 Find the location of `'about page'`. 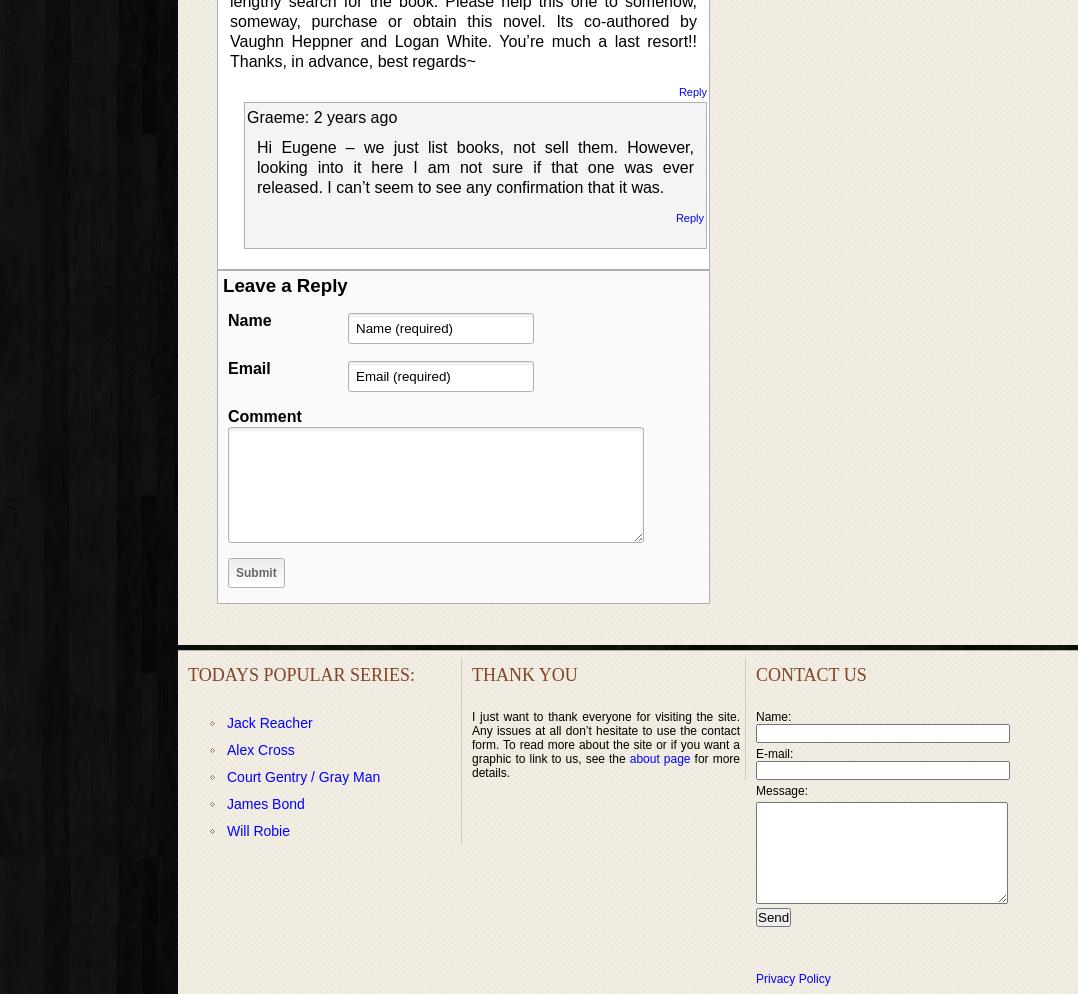

'about page' is located at coordinates (659, 758).